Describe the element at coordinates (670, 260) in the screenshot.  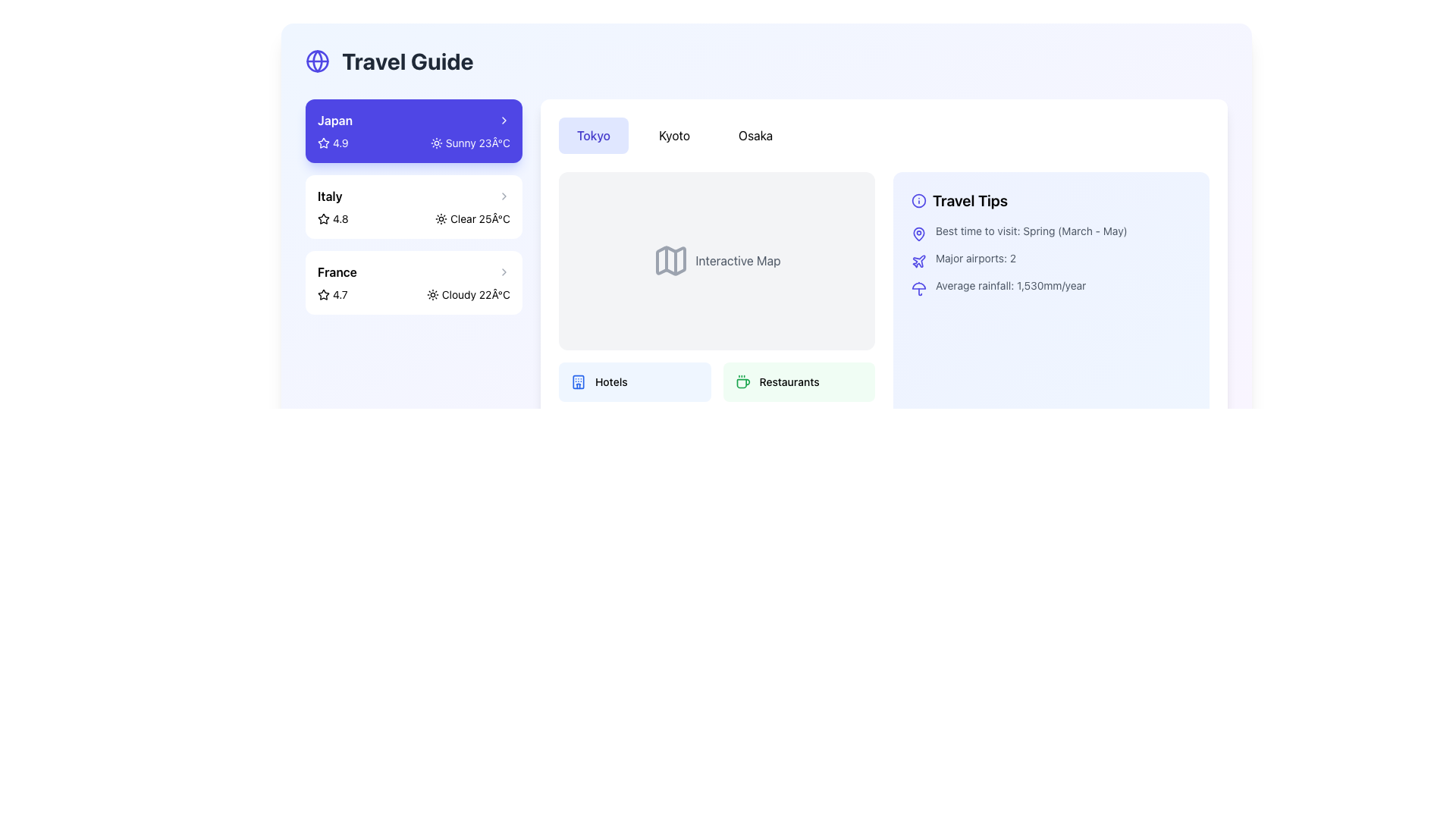
I see `the interactive map icon located centrally under the 'Interactive Map' heading, which serves as a visual anchor for further interactions` at that location.